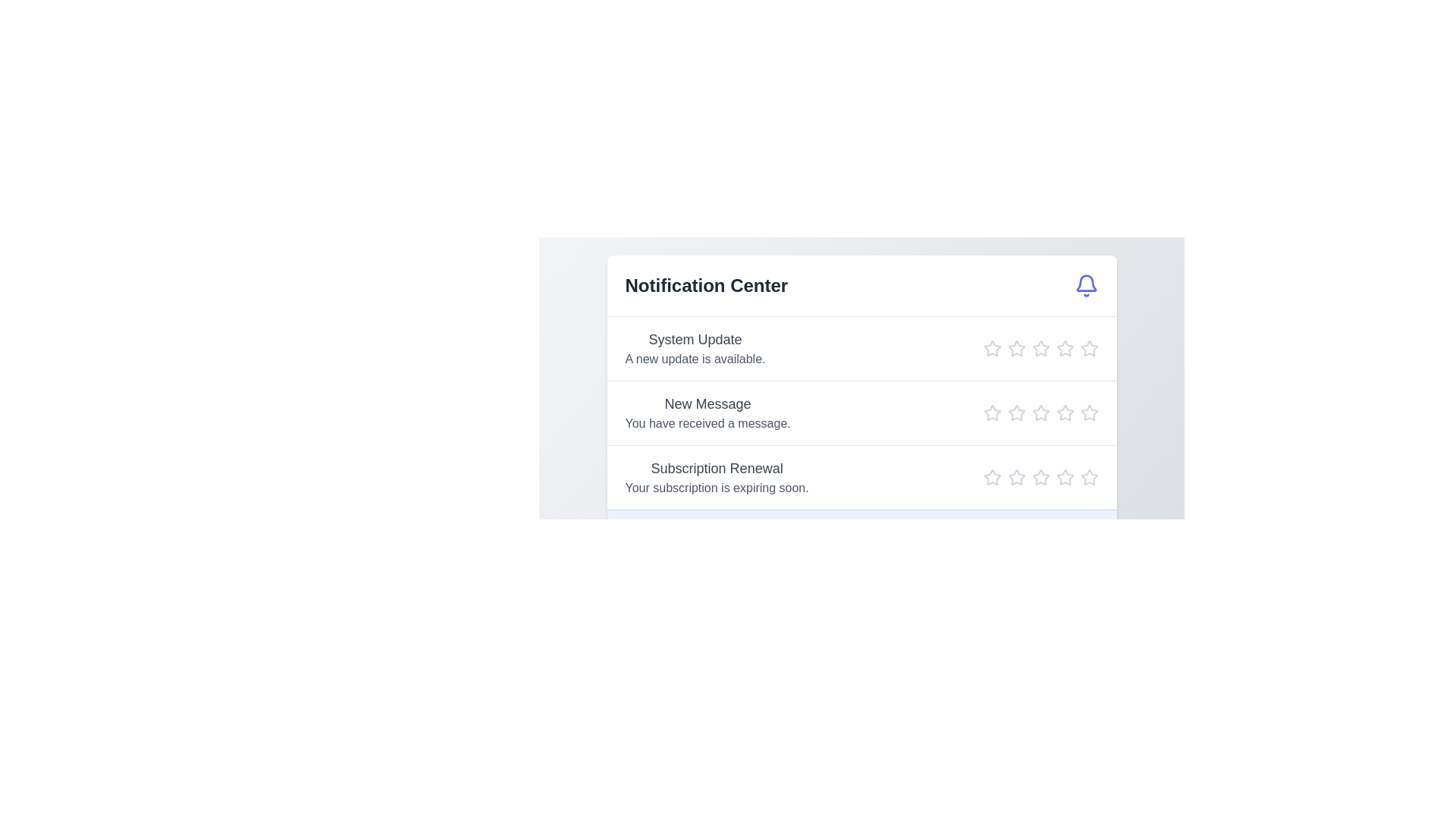 The image size is (1456, 819). I want to click on the star icon to set the rating to 5 for the notification titled 'System Update', so click(1088, 348).